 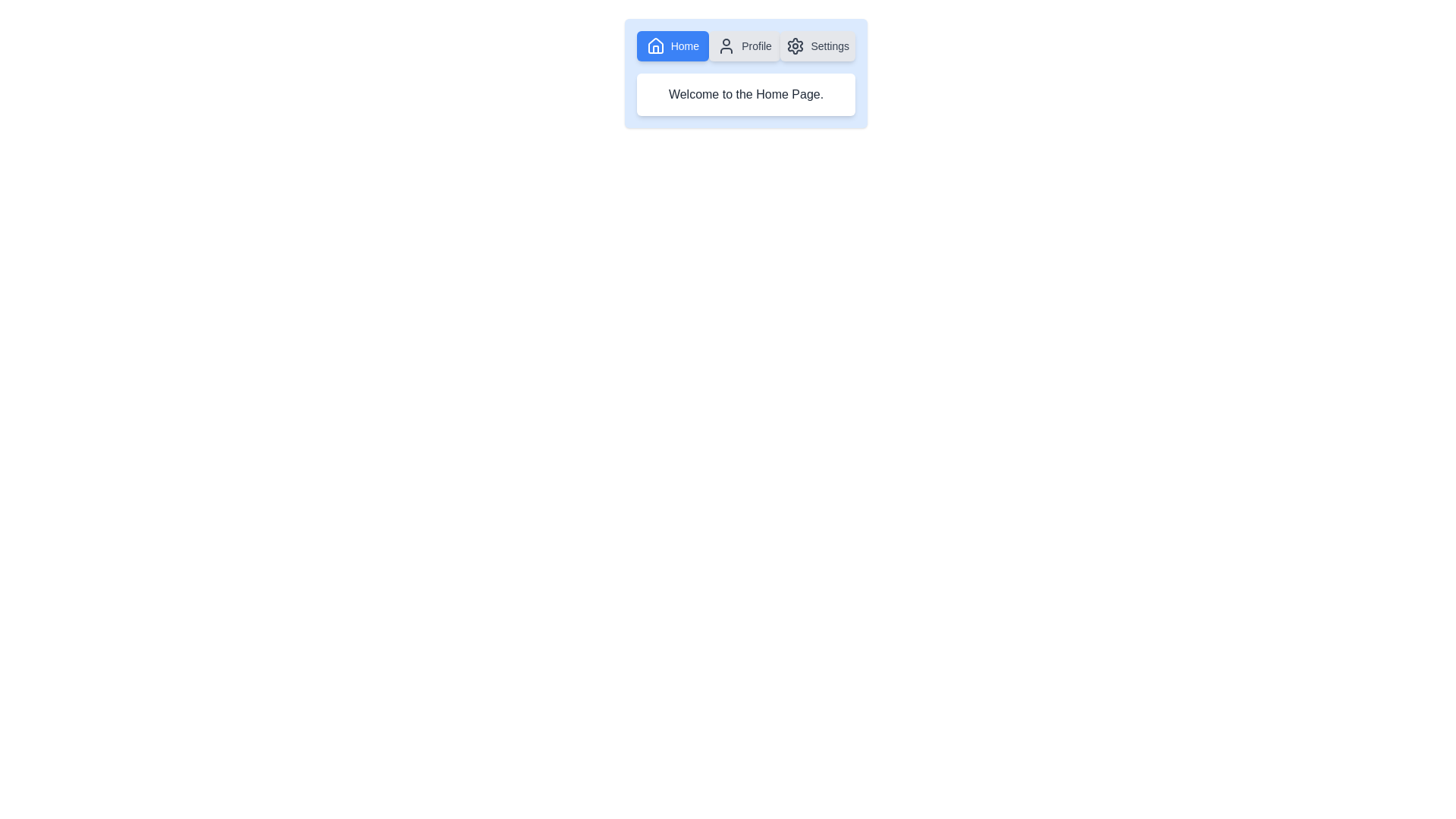 What do you see at coordinates (726, 45) in the screenshot?
I see `the Profile icon located at the leftmost position within the Profile button in the top menu bar, which is positioned between the Home and Settings buttons` at bounding box center [726, 45].